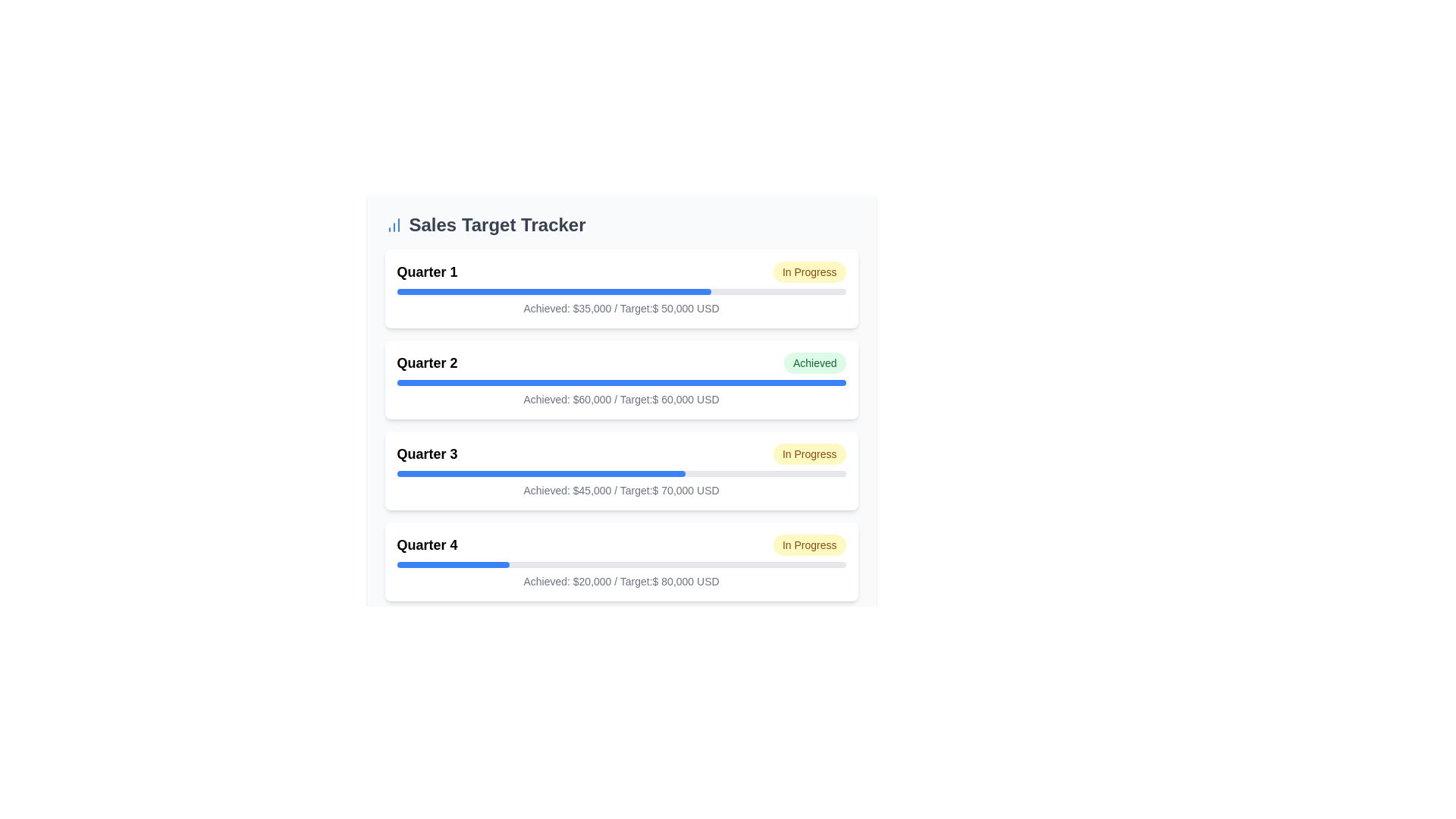 This screenshot has height=819, width=1456. I want to click on the text label displaying 'Quarter 4' which is styled in bold black font and is located within a card-like section of a progress tracker interface, so click(426, 544).